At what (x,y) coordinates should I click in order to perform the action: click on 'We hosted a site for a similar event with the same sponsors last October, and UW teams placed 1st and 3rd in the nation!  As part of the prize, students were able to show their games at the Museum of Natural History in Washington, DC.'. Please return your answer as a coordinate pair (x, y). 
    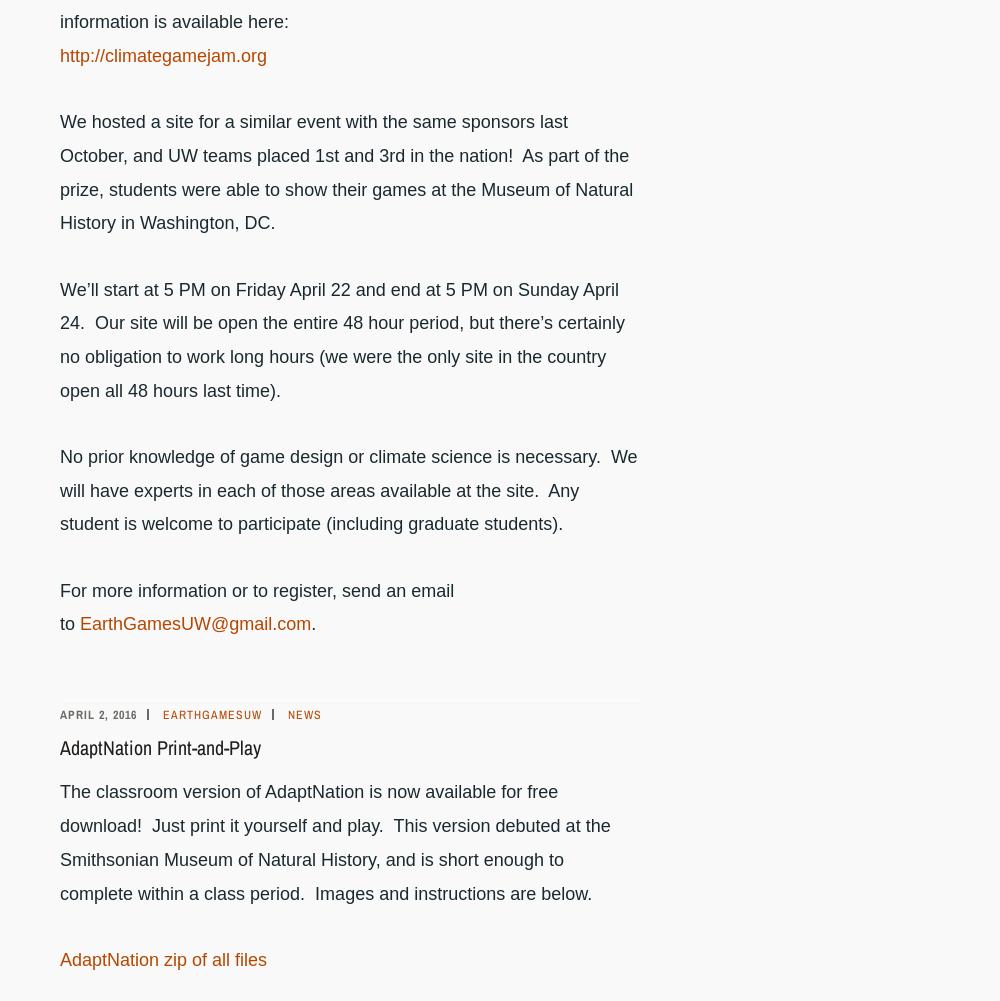
    Looking at the image, I should click on (60, 172).